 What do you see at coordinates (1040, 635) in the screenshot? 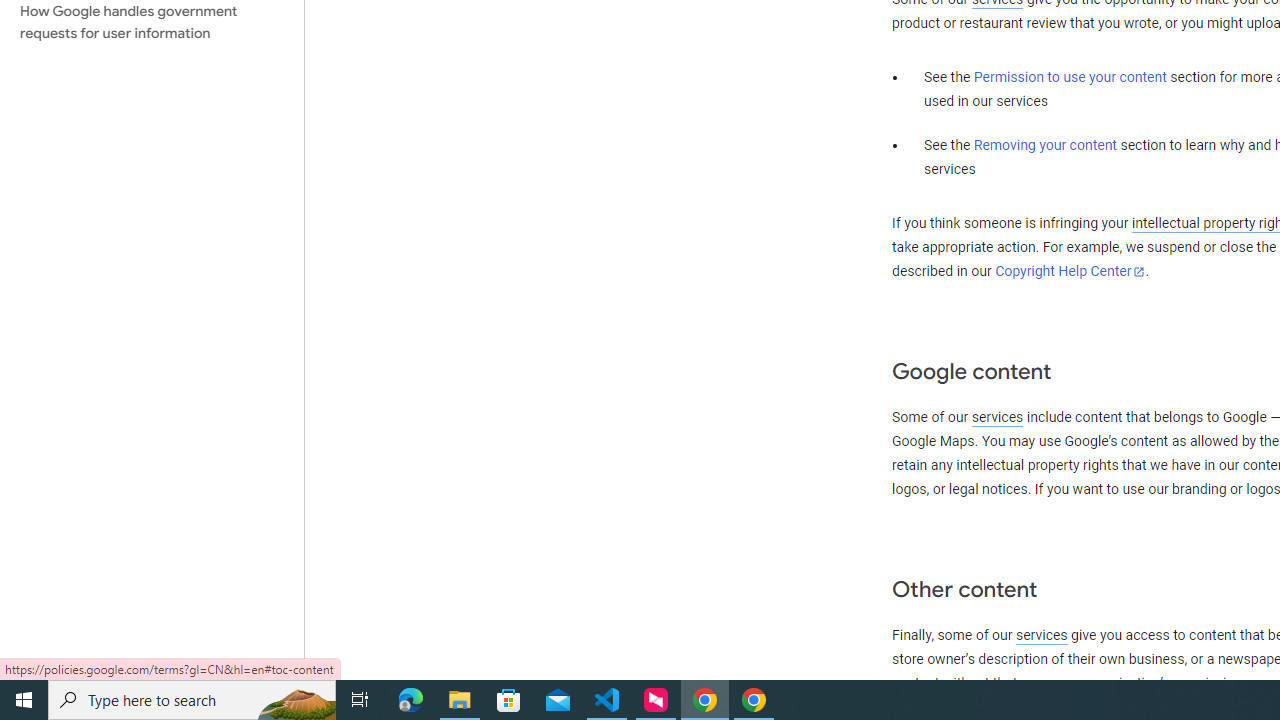
I see `'services'` at bounding box center [1040, 635].